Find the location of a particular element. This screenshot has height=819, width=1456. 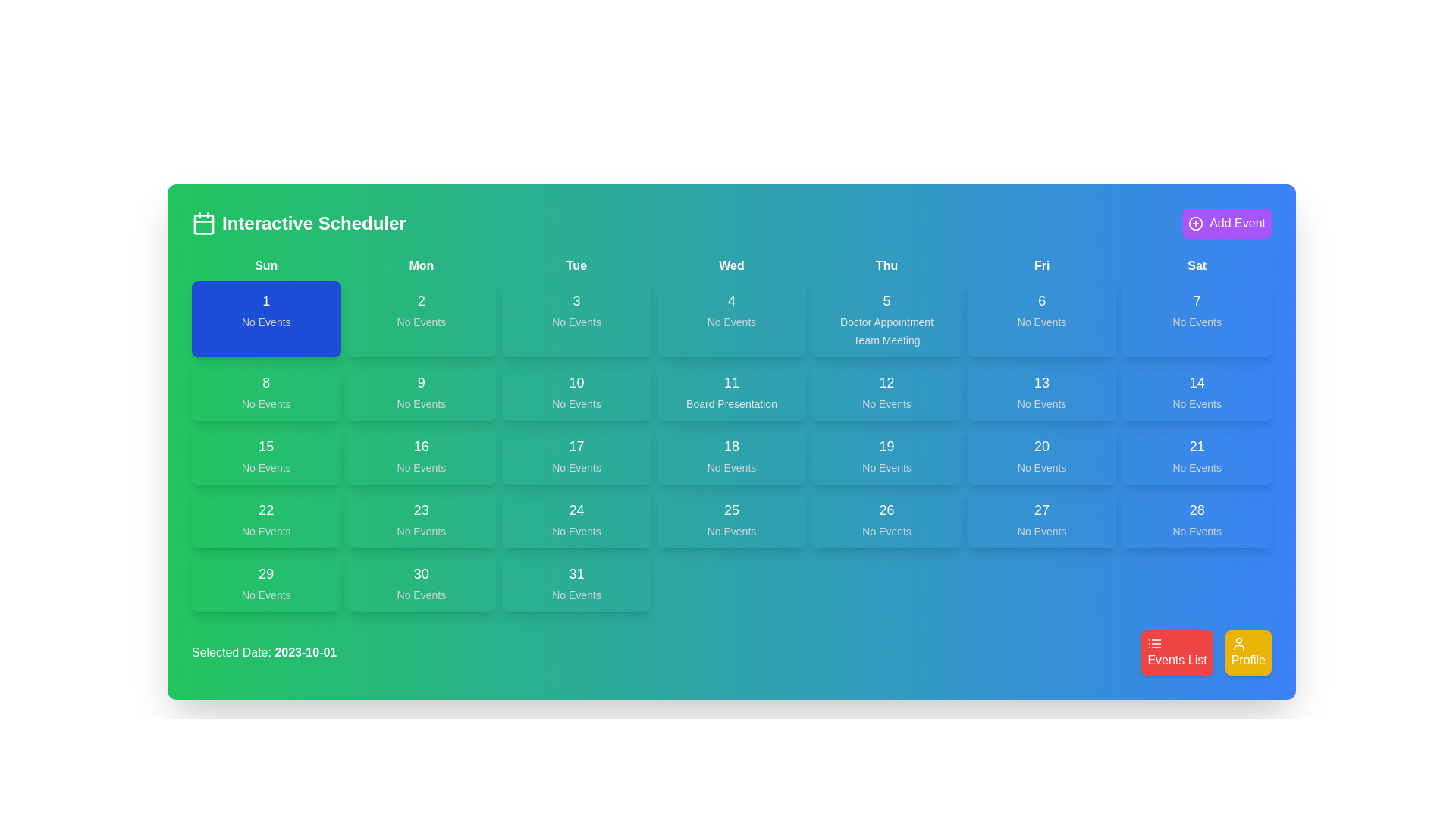

the static text label displaying the day number '24' in the calendar view, located in the bottom row of the fourth column under 'Tue' is located at coordinates (576, 510).